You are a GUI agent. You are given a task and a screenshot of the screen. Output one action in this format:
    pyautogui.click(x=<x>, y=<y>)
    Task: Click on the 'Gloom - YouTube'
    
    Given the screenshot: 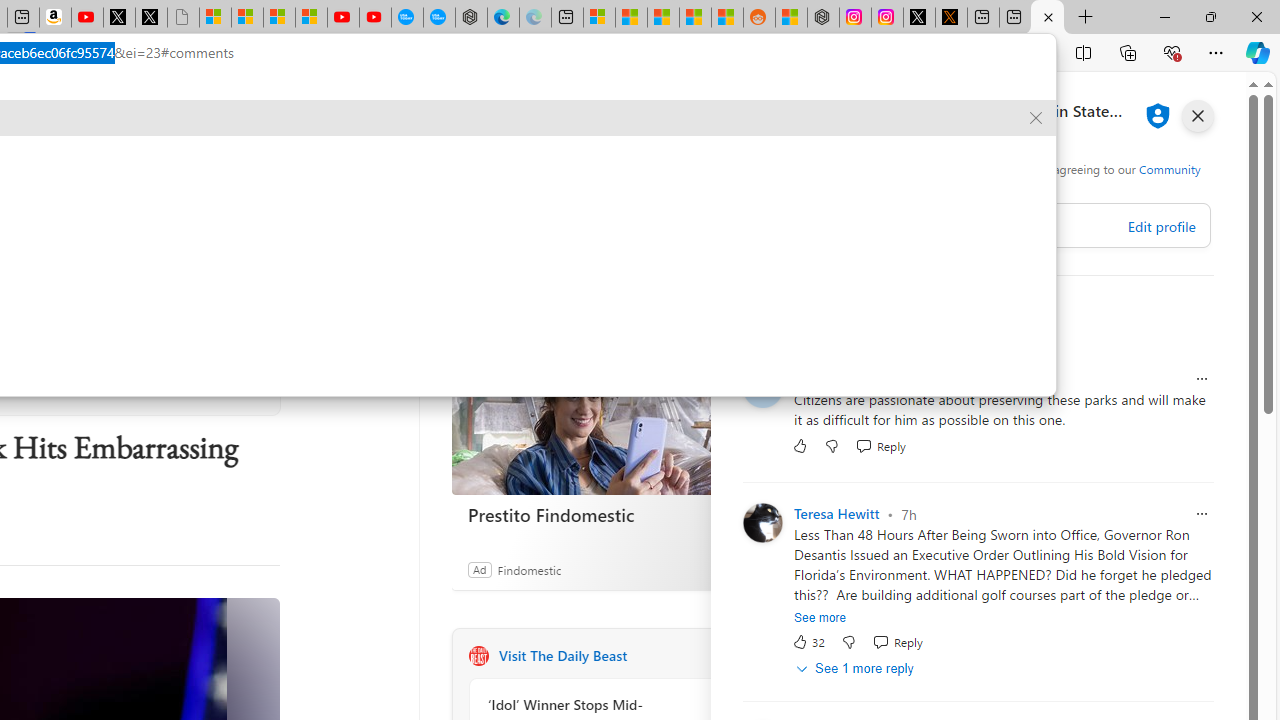 What is the action you would take?
    pyautogui.click(x=343, y=17)
    